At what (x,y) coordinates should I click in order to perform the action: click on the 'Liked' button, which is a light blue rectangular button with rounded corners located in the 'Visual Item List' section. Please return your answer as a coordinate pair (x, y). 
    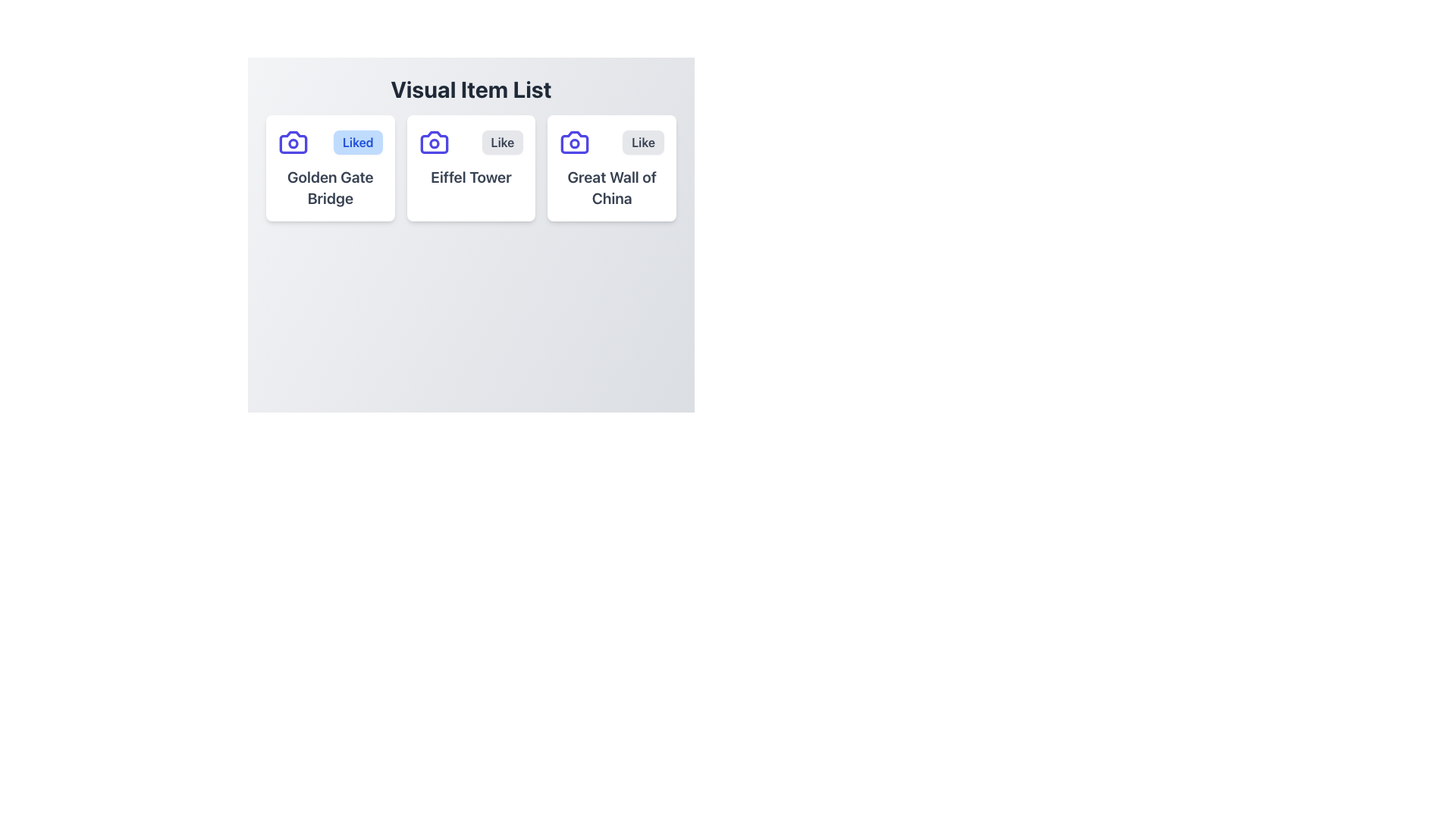
    Looking at the image, I should click on (329, 143).